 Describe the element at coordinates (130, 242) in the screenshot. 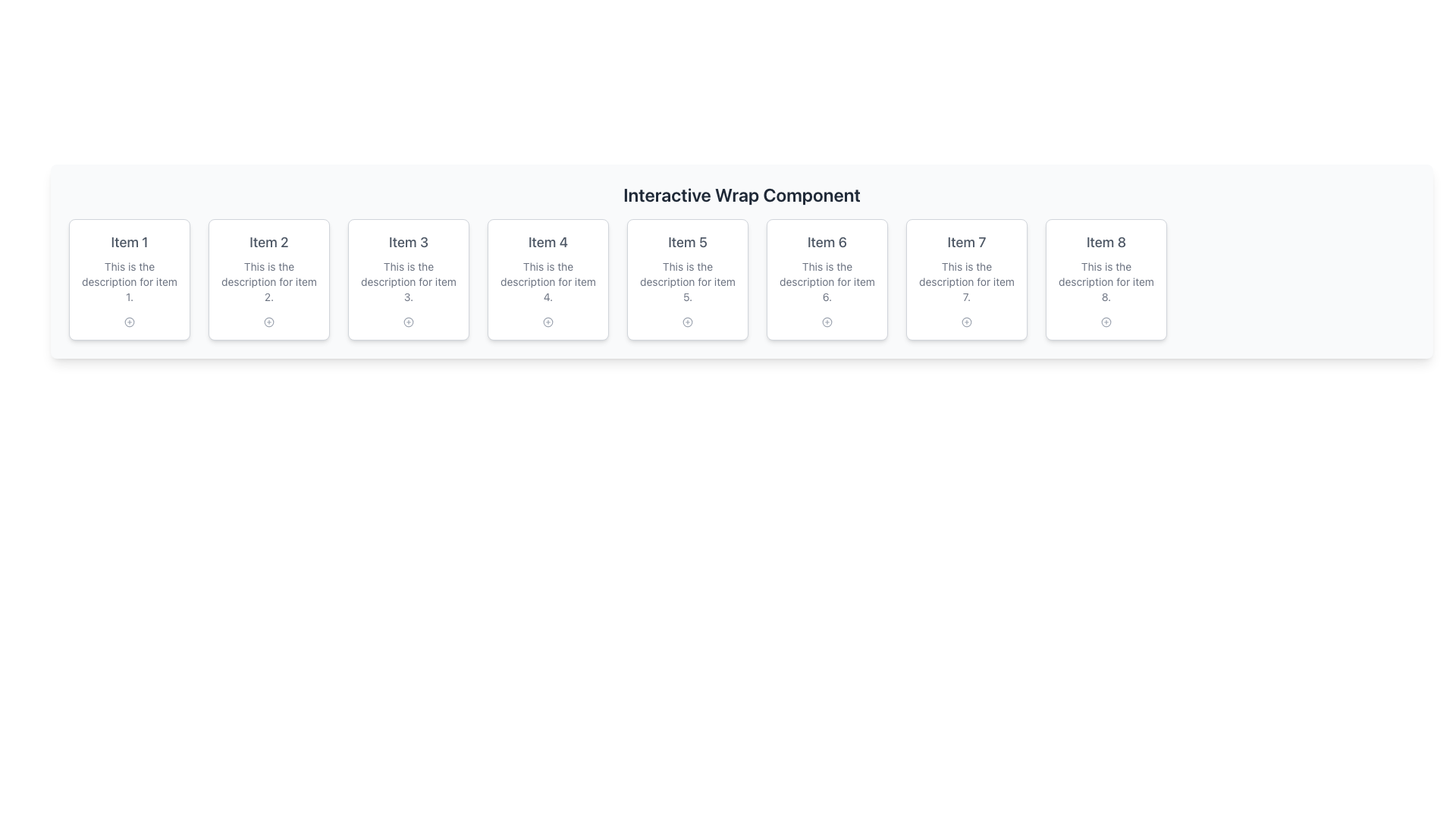

I see `the text label that serves as the title for the card, located at the top-left corner of the first card in the grid` at that location.